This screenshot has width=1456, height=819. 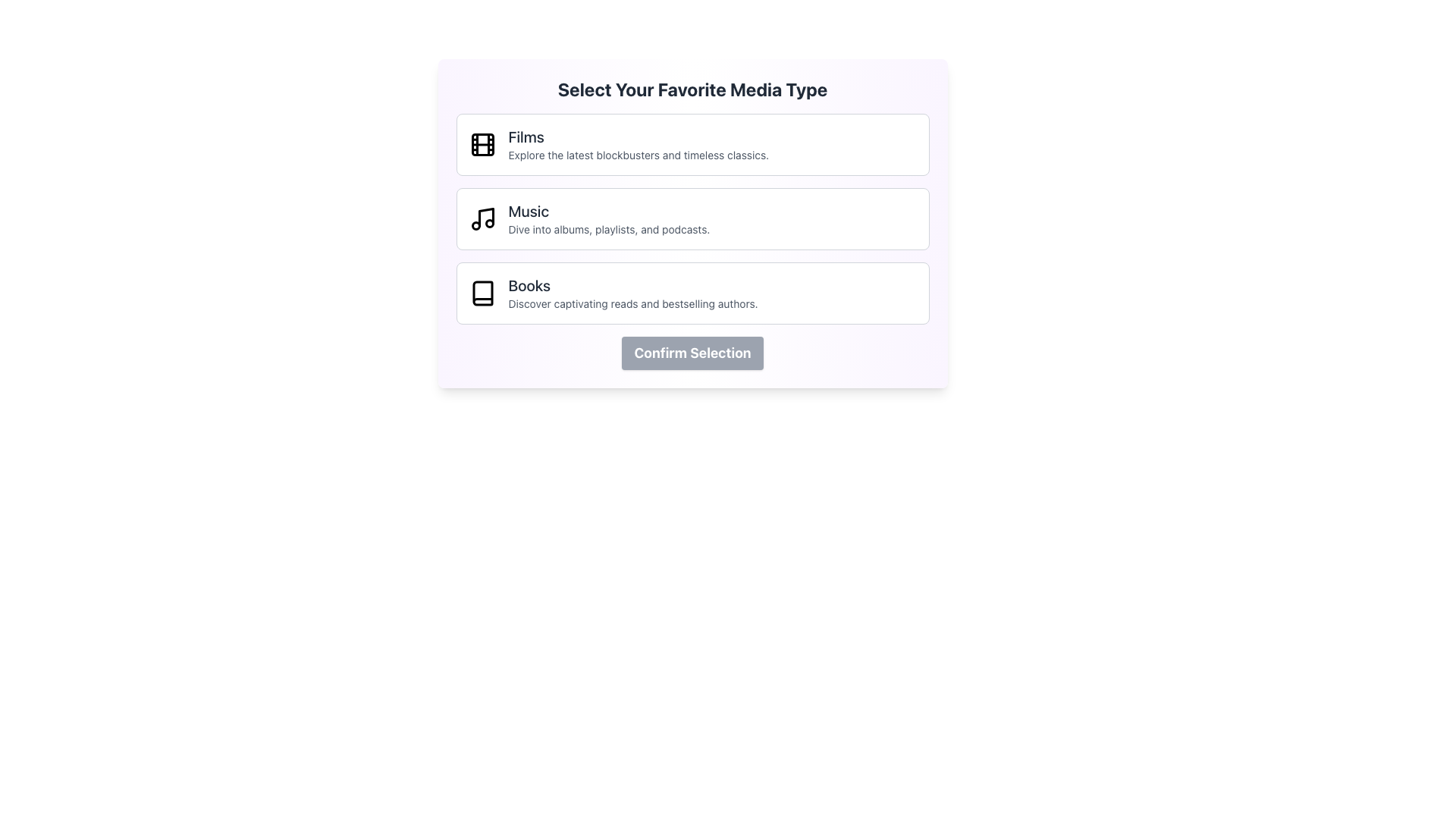 What do you see at coordinates (489, 223) in the screenshot?
I see `the second circular decorative element of the music icon in the 'Music' section of the menu` at bounding box center [489, 223].